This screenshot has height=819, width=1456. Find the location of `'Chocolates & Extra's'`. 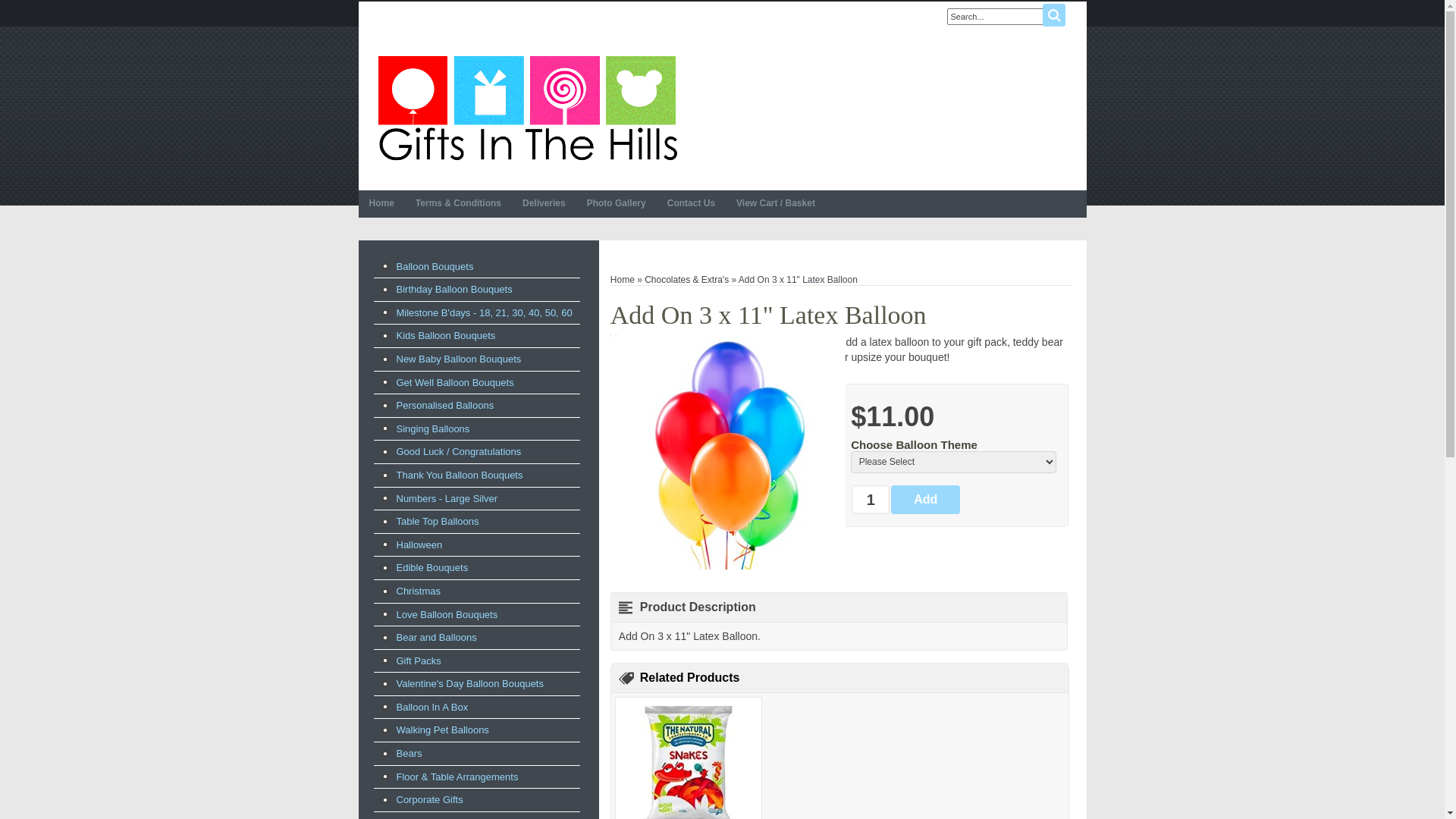

'Chocolates & Extra's' is located at coordinates (686, 280).